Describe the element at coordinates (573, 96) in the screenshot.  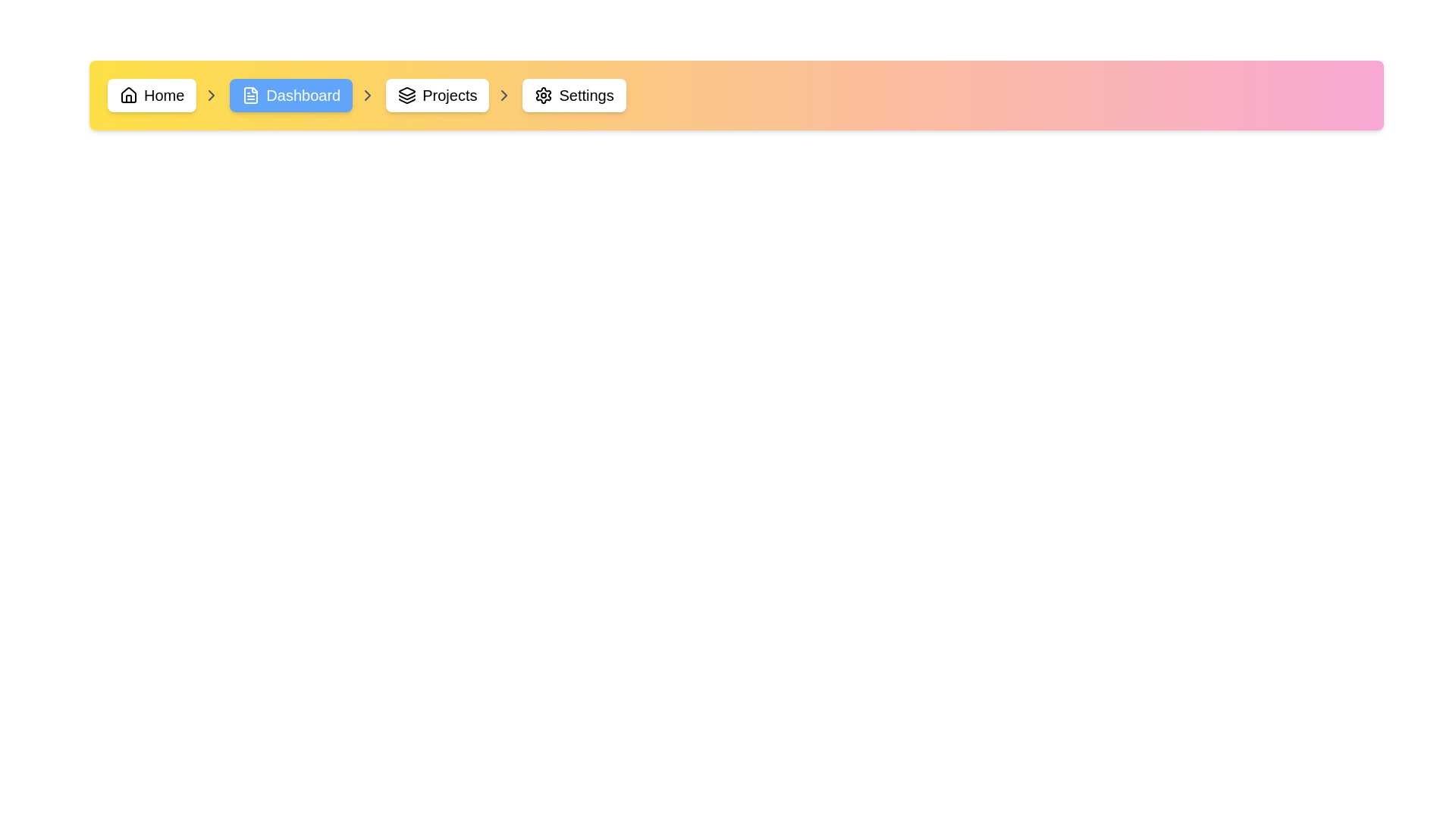
I see `the 'Settings' button, which is the last button in the horizontal navigation bar, to trigger a visual response such as a background color change` at that location.